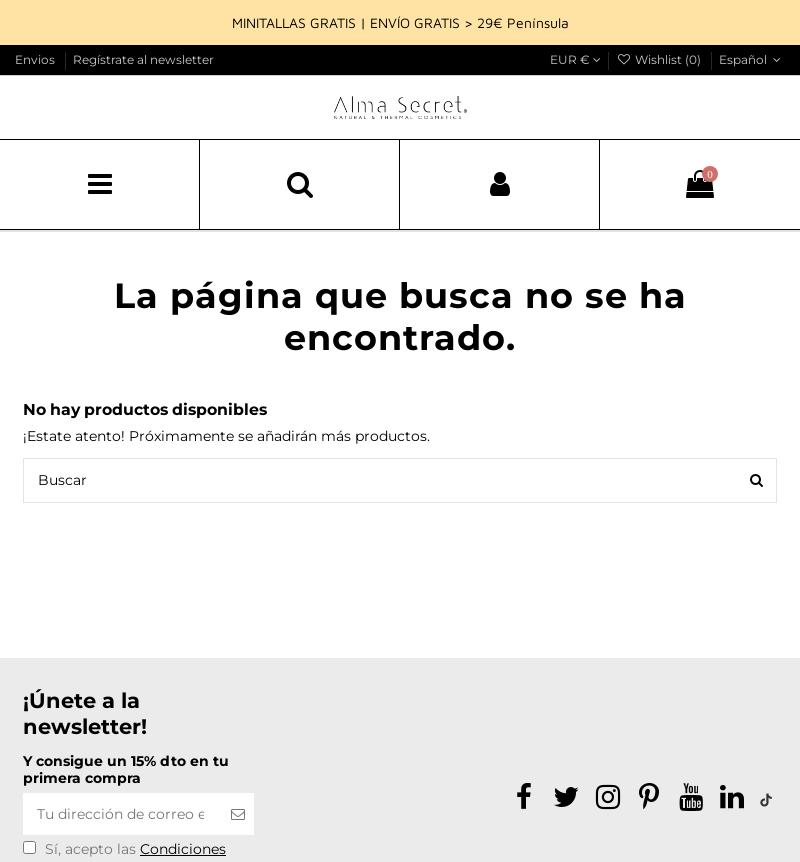 This screenshot has width=800, height=862. I want to click on 'Estado de la tramitación: Concedida', so click(541, 48).